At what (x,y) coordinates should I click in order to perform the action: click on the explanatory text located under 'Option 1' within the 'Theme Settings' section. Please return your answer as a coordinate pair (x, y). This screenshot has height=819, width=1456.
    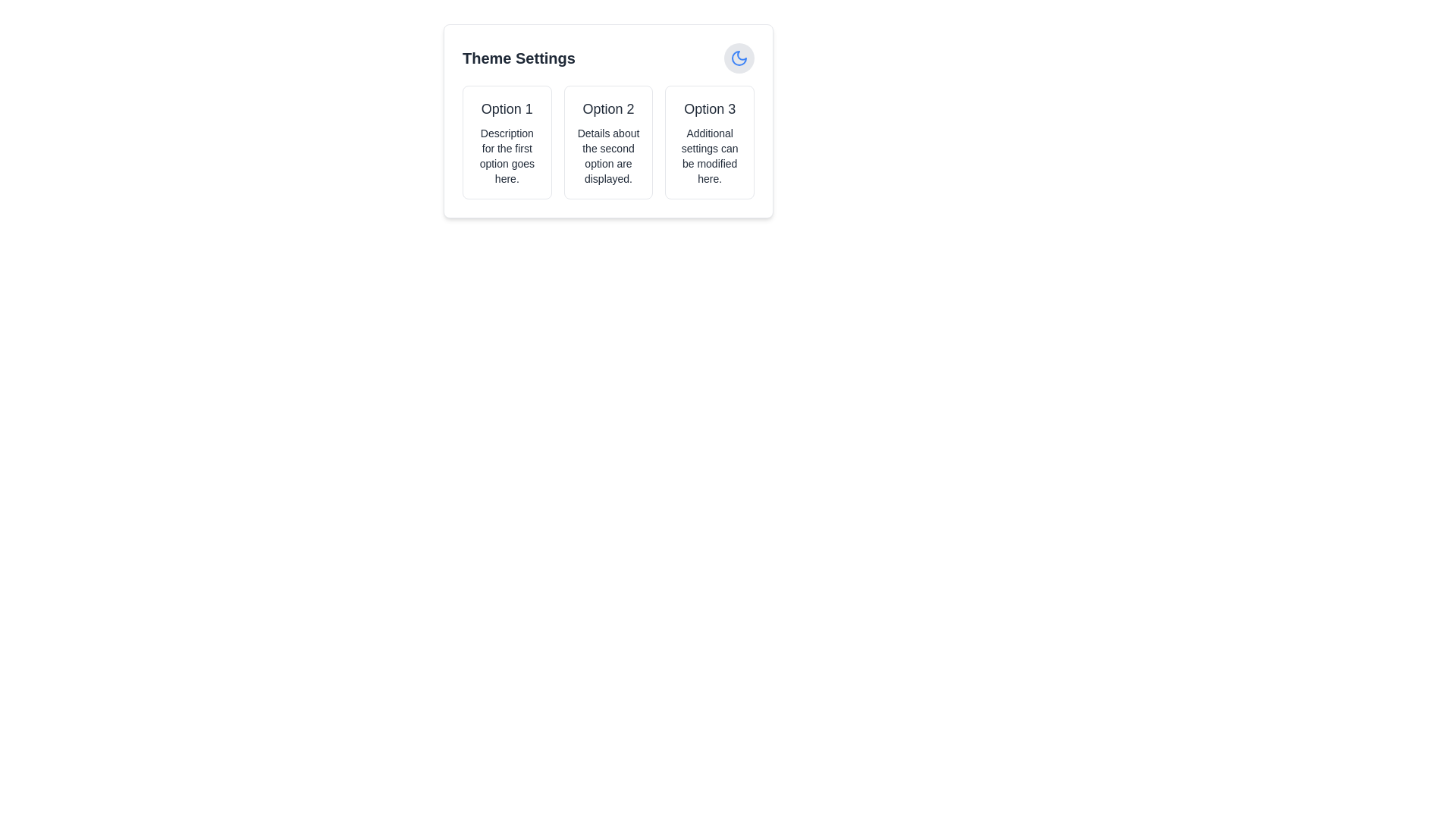
    Looking at the image, I should click on (507, 155).